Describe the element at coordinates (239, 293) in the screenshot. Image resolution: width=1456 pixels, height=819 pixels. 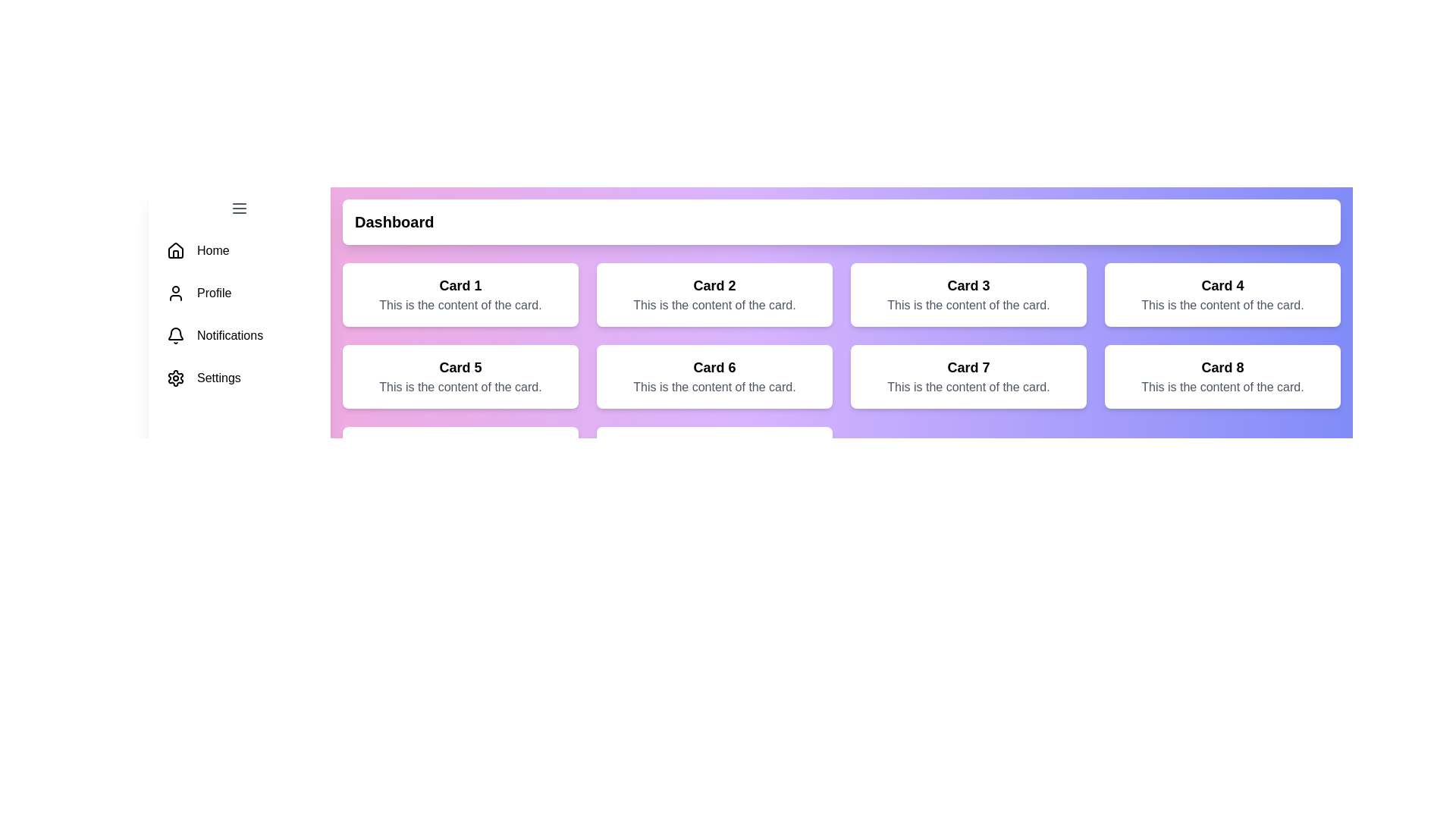
I see `the menu item Profile to navigate` at that location.